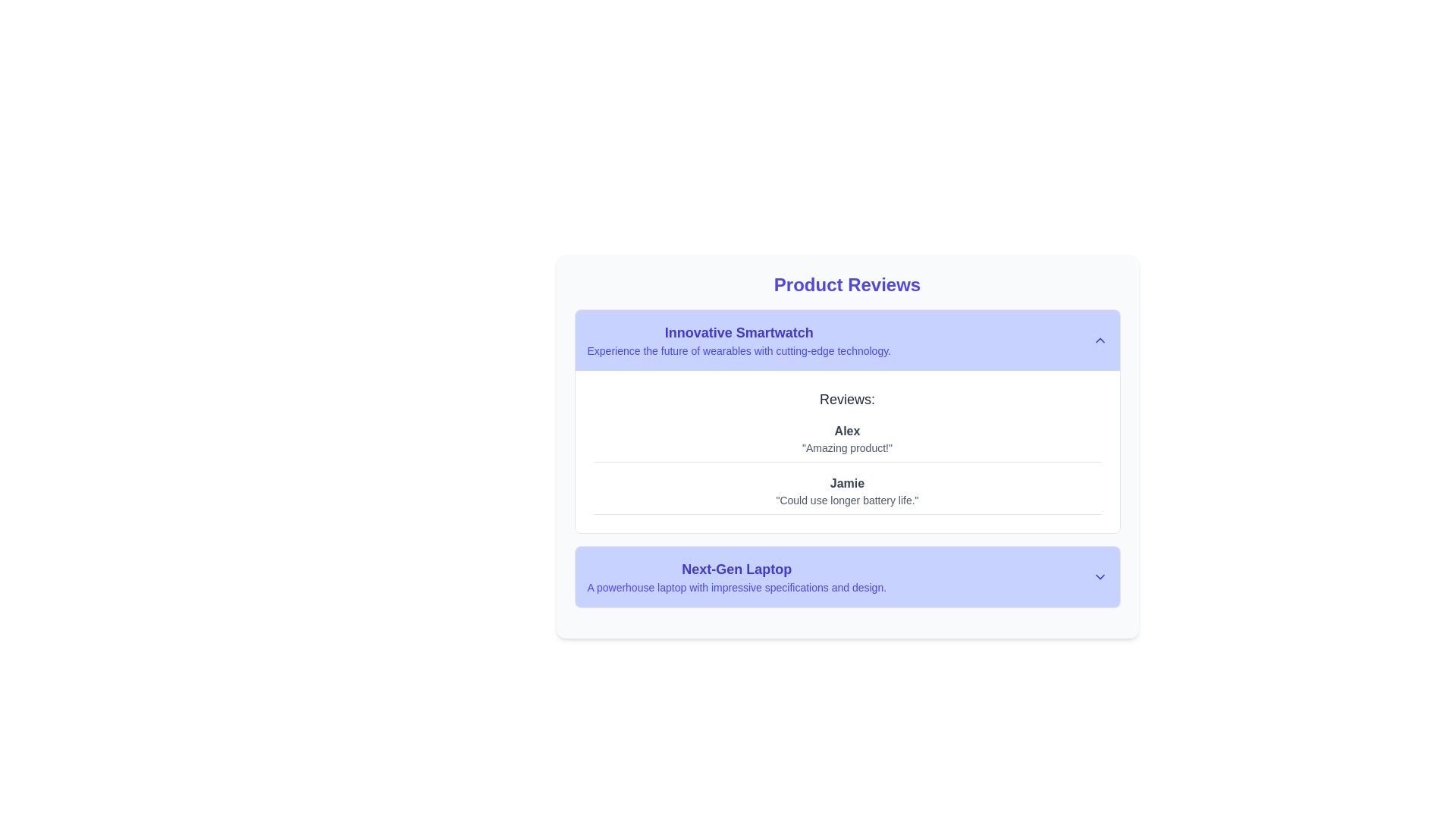  Describe the element at coordinates (846, 576) in the screenshot. I see `the collapsible item header for 'Next-Gen Laptop'` at that location.